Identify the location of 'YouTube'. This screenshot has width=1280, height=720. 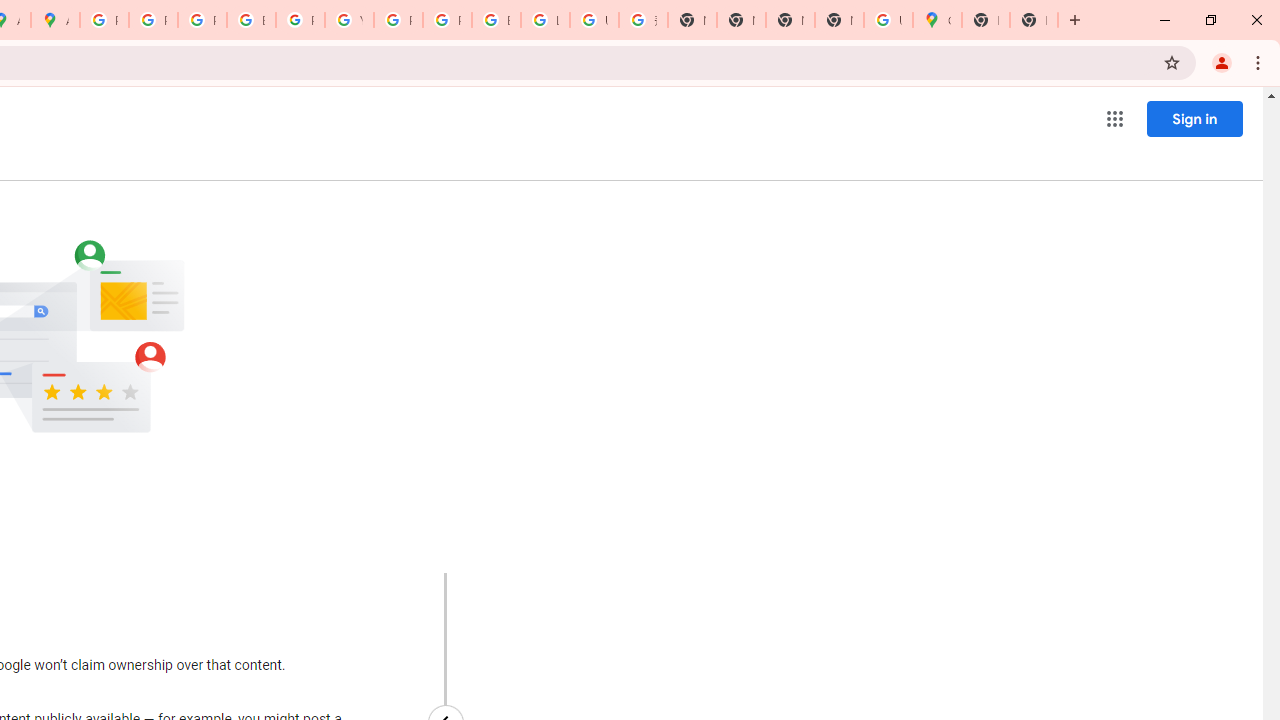
(349, 20).